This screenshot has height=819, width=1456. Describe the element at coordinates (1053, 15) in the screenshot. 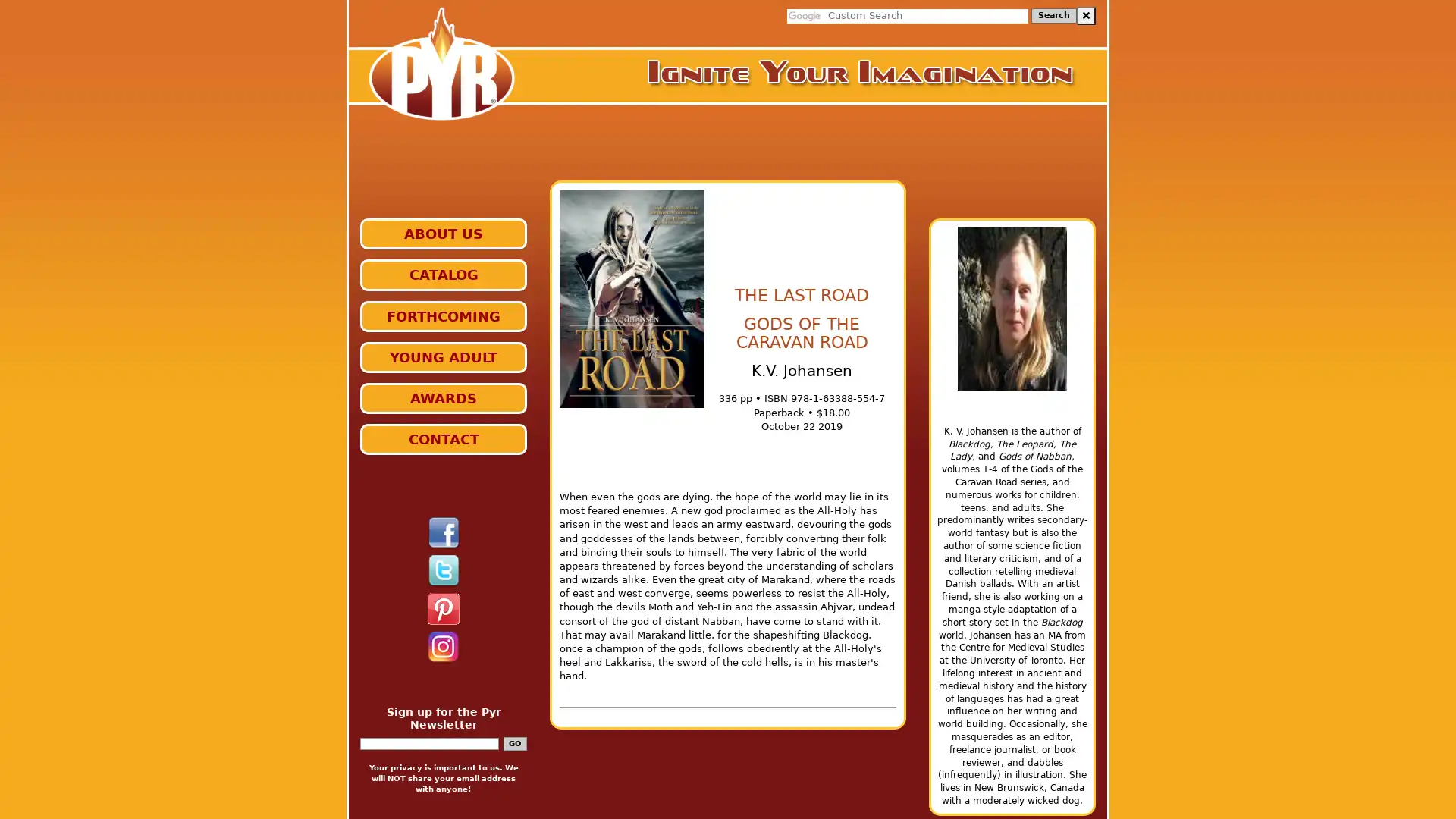

I see `Search` at that location.